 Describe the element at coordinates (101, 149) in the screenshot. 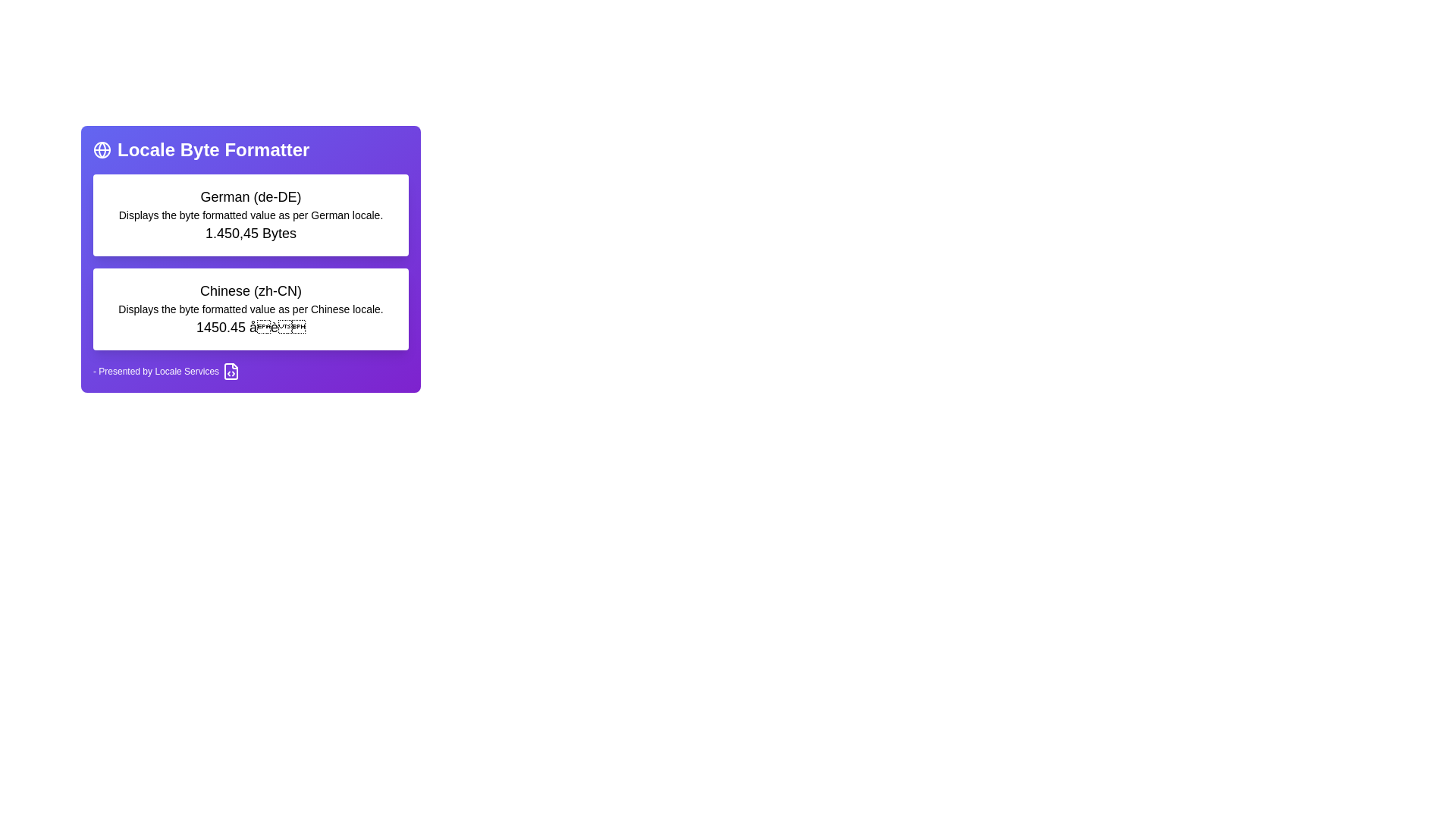

I see `the graphical globe icon element situated centrally within the globe icon, which is part of the 'Locale Byte Formatter' purple card` at that location.